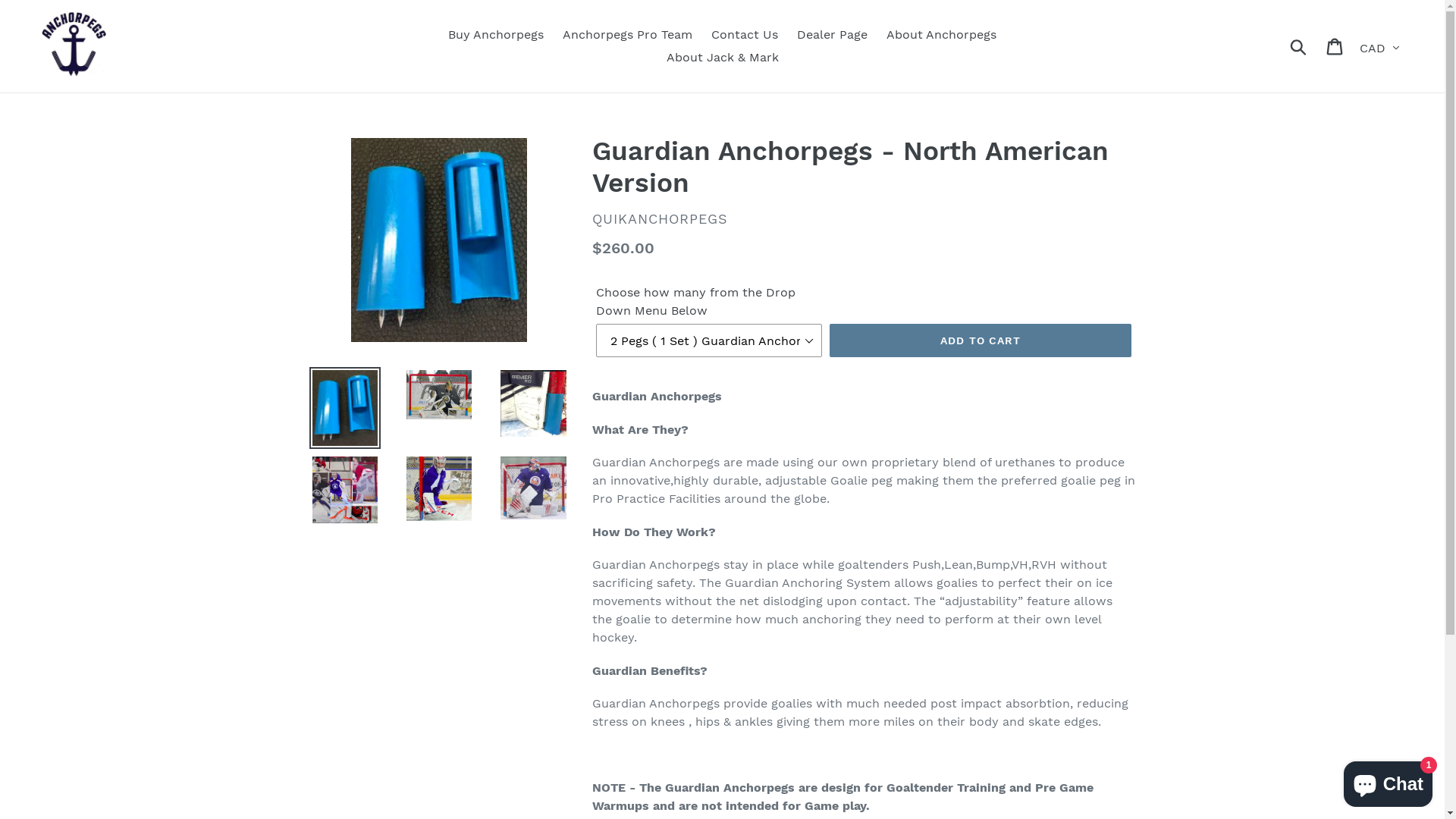 This screenshot has width=1456, height=819. Describe the element at coordinates (829, 339) in the screenshot. I see `'ADD TO CART'` at that location.